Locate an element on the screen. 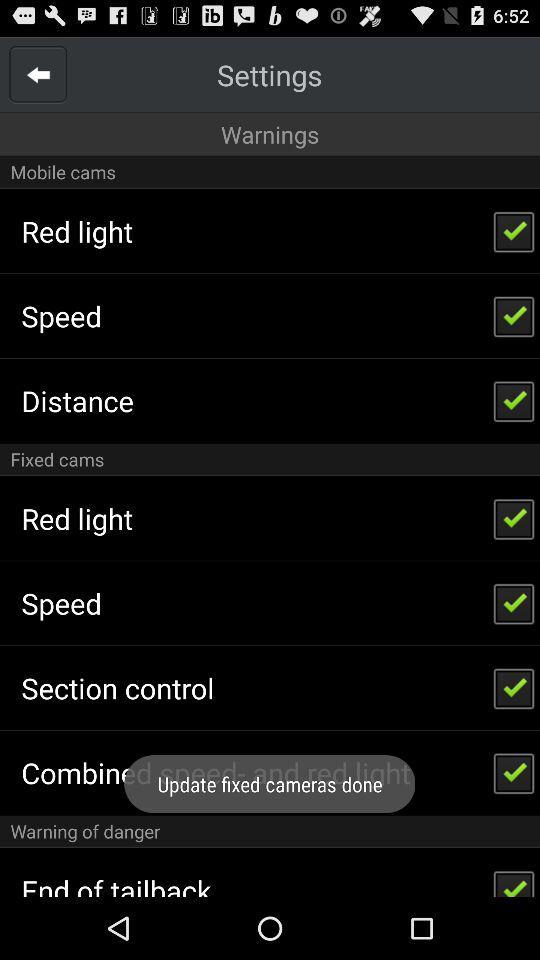 The image size is (540, 960). the button which is next to the speed is located at coordinates (514, 602).